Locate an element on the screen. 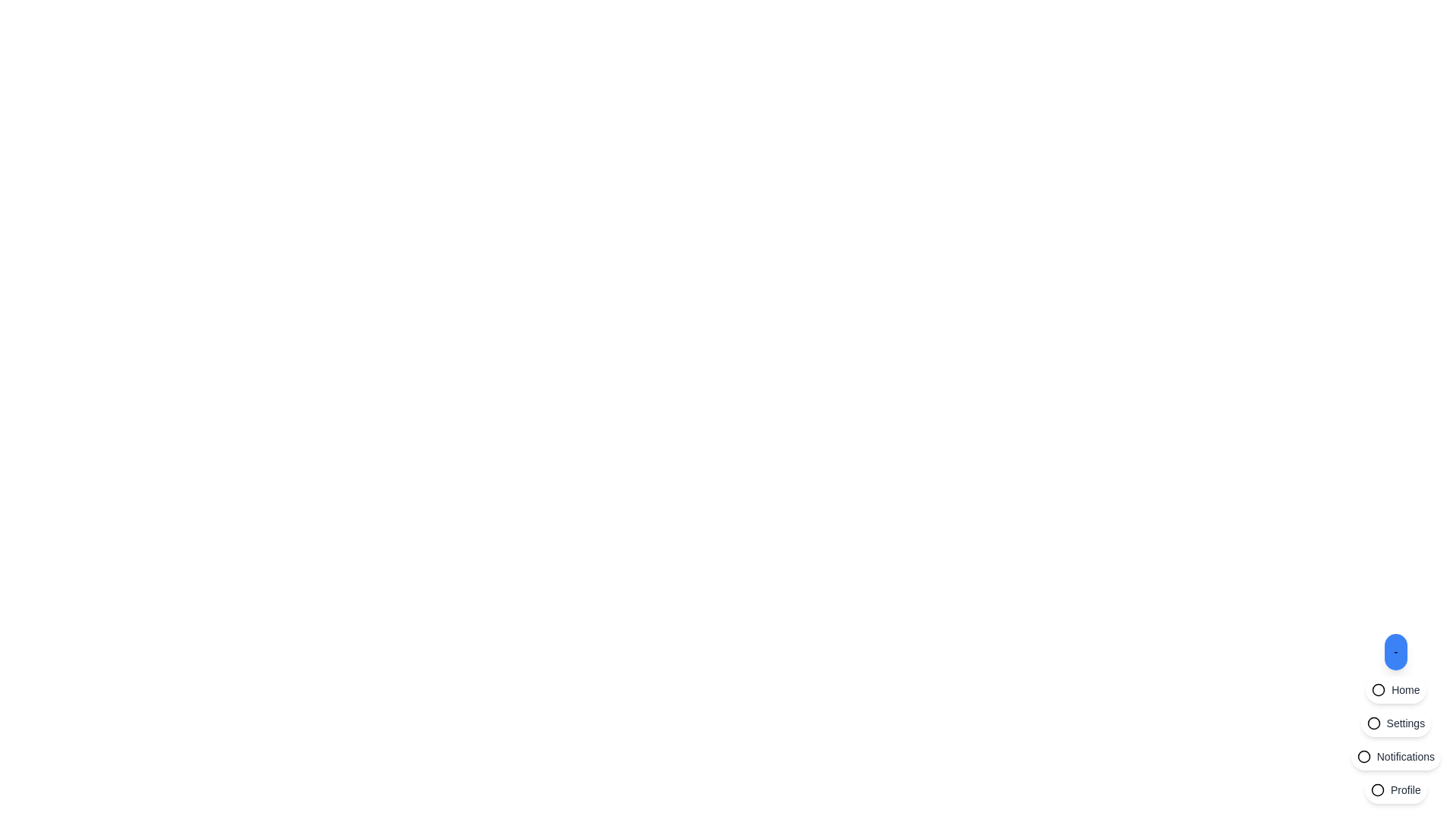  the SVG circle element, which is the second button in the horizontal menu located at the lower right corner of the interface is located at coordinates (1379, 690).